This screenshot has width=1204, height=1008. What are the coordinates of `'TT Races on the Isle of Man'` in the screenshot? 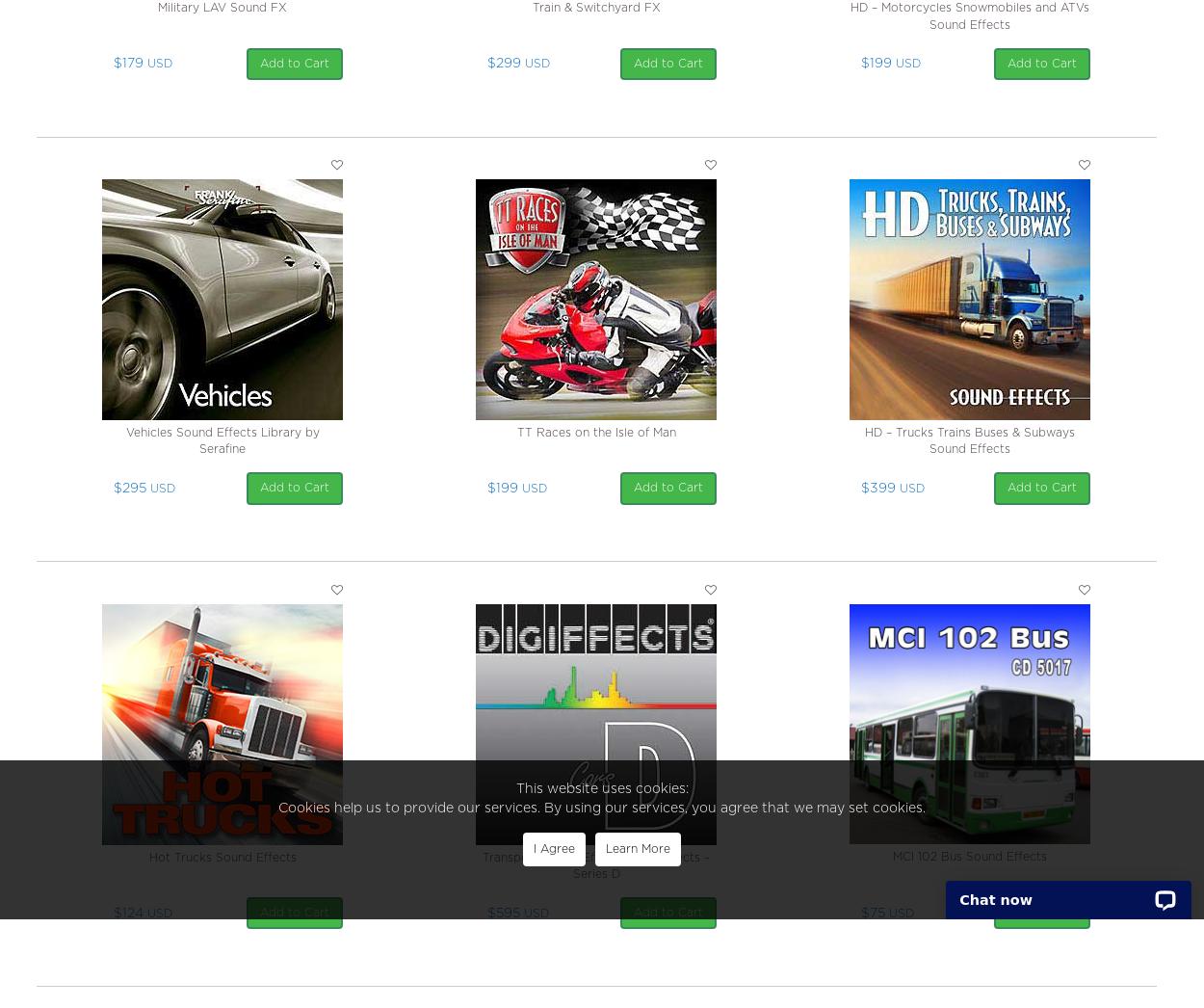 It's located at (594, 432).